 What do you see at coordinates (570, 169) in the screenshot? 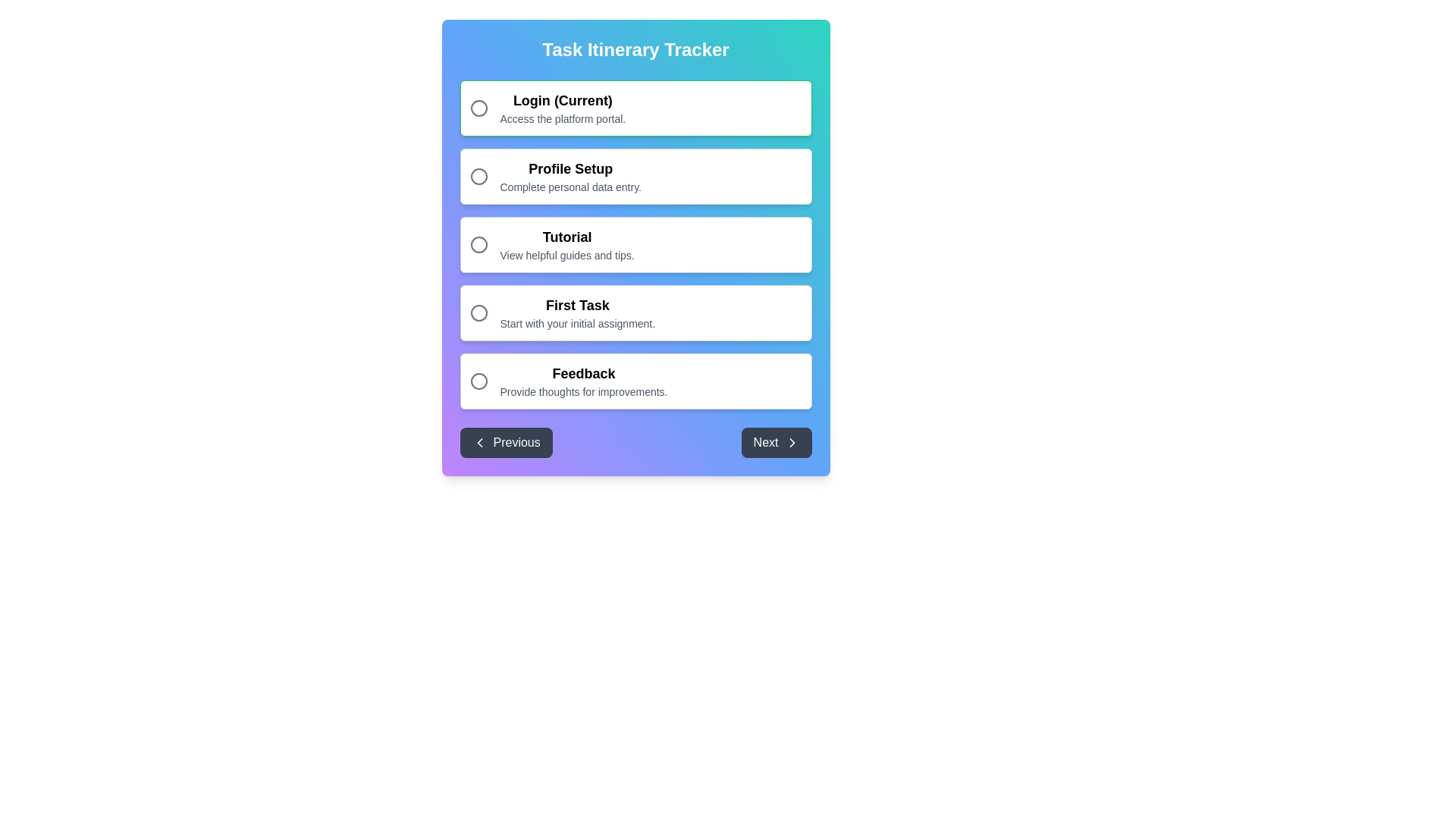
I see `the text heading 'Profile Setup', which is styled in bold and larger font, positioned centrally within a card-like UI below 'Login (Current)' and above 'Tutorial'` at bounding box center [570, 169].